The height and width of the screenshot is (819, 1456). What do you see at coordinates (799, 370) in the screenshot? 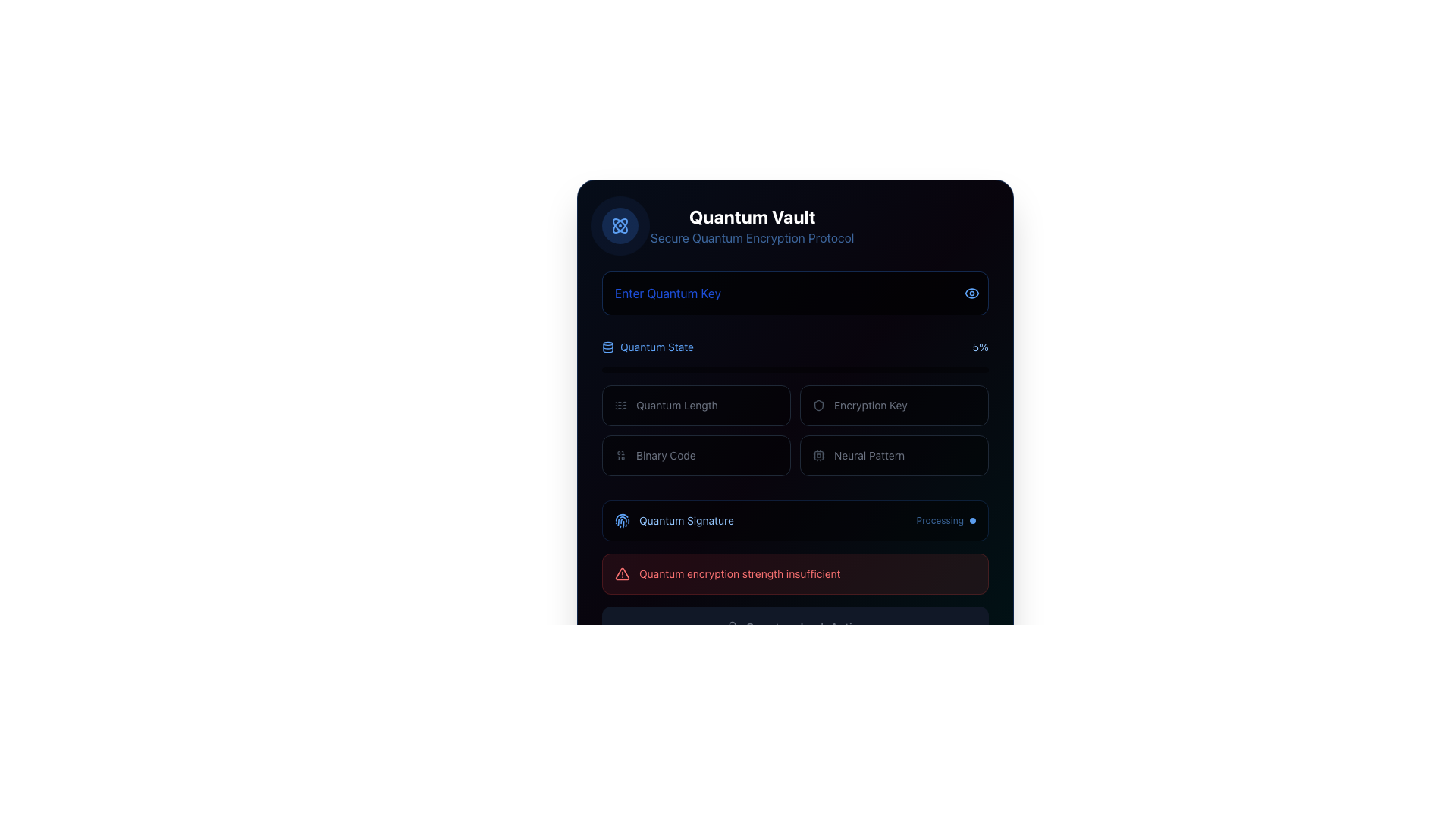
I see `the Quantum State slider` at bounding box center [799, 370].